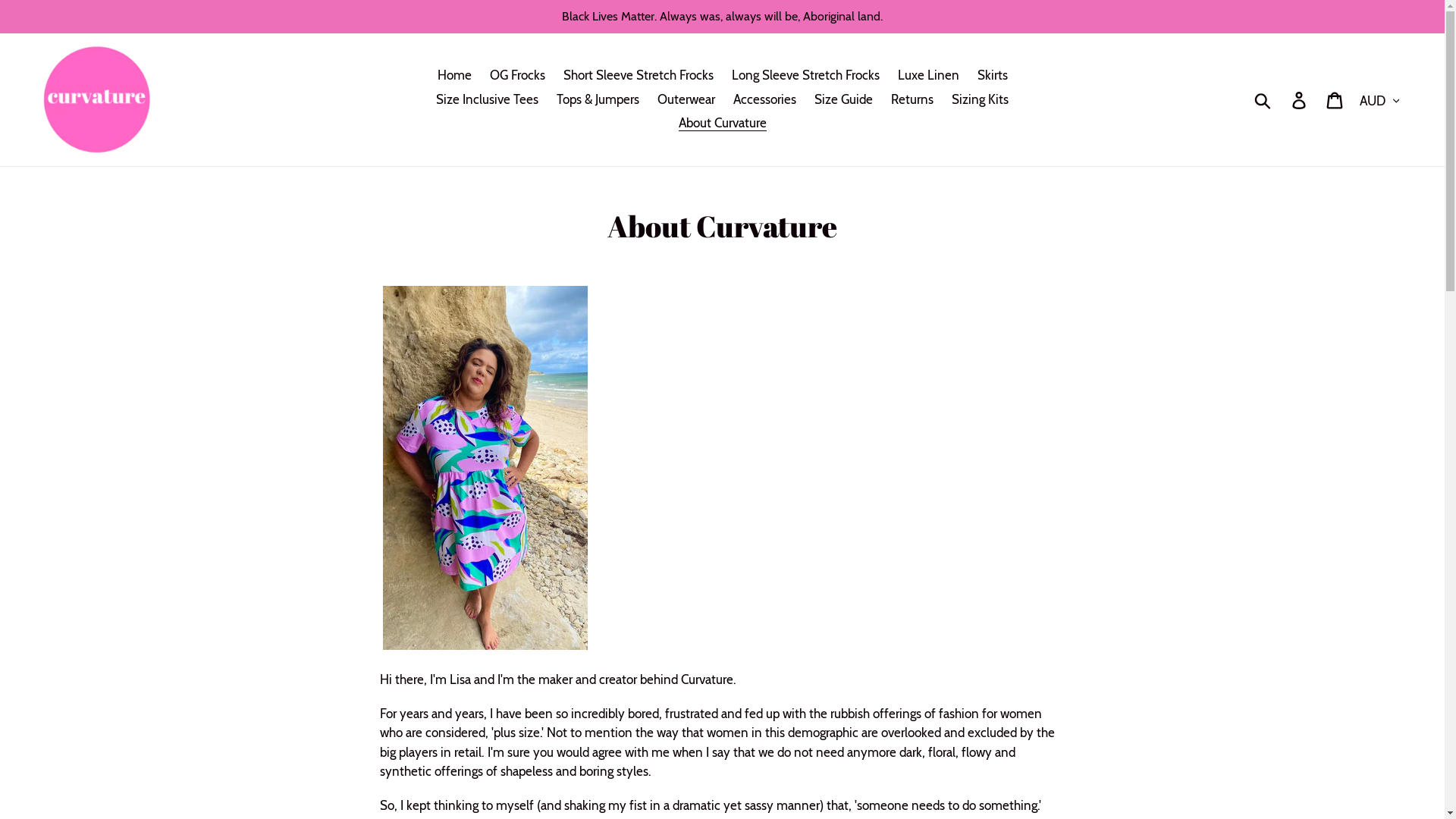  Describe the element at coordinates (943, 99) in the screenshot. I see `'Sizing Kits'` at that location.